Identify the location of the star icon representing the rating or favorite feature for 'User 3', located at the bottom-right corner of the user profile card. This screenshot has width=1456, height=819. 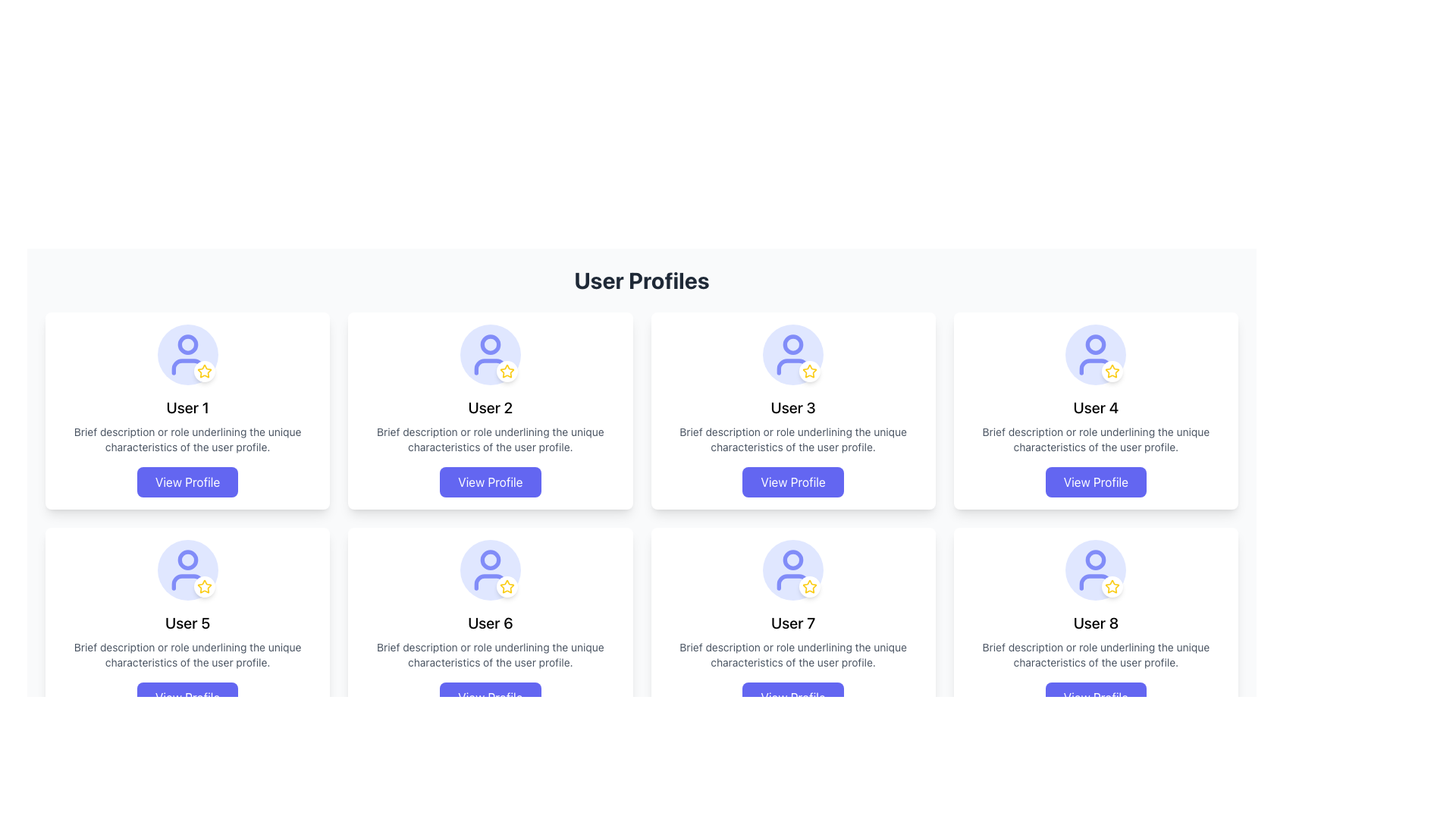
(809, 371).